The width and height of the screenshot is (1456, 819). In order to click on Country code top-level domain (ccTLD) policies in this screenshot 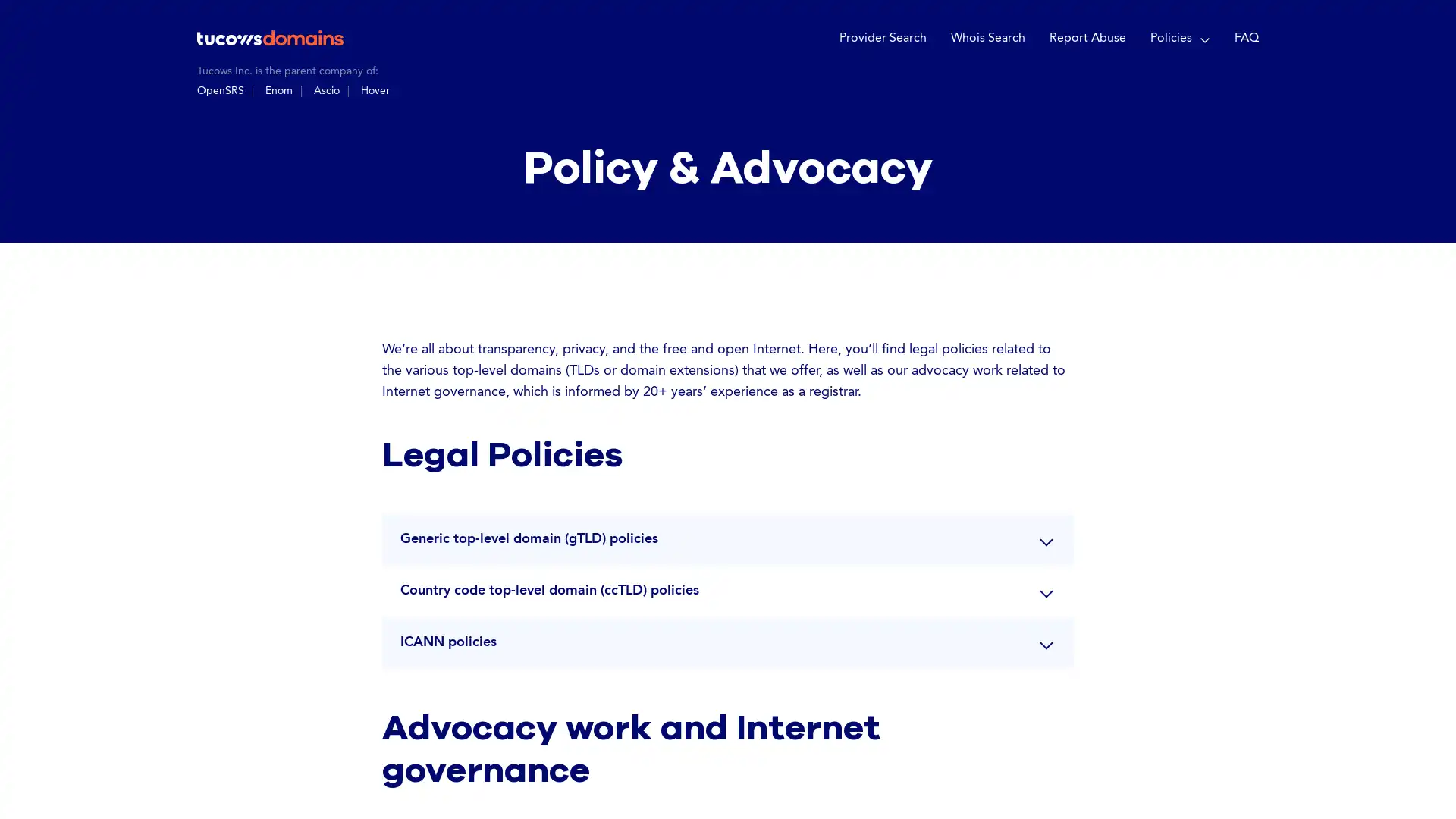, I will do `click(728, 589)`.